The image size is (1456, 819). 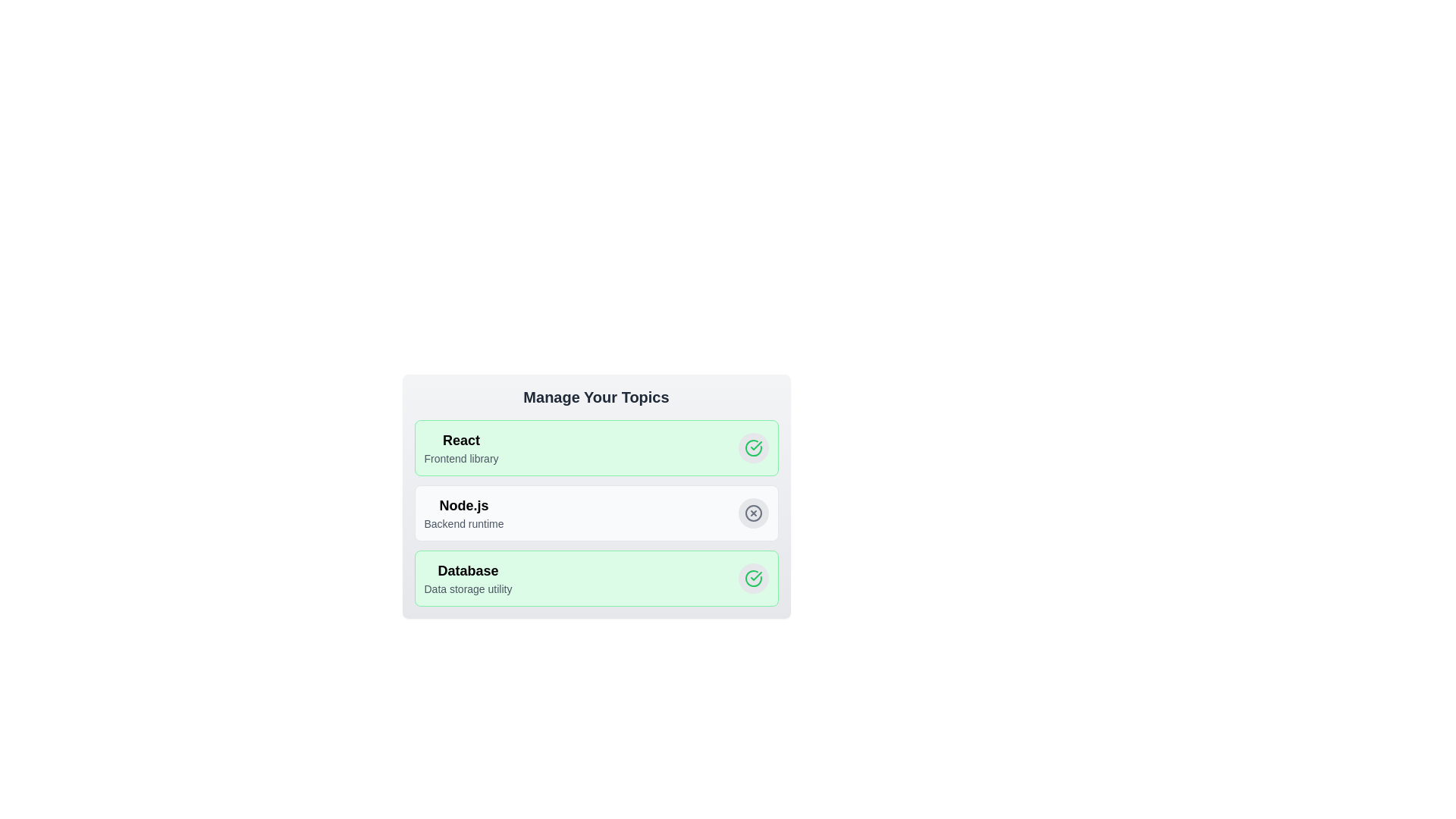 What do you see at coordinates (753, 447) in the screenshot?
I see `the tag labeled React` at bounding box center [753, 447].